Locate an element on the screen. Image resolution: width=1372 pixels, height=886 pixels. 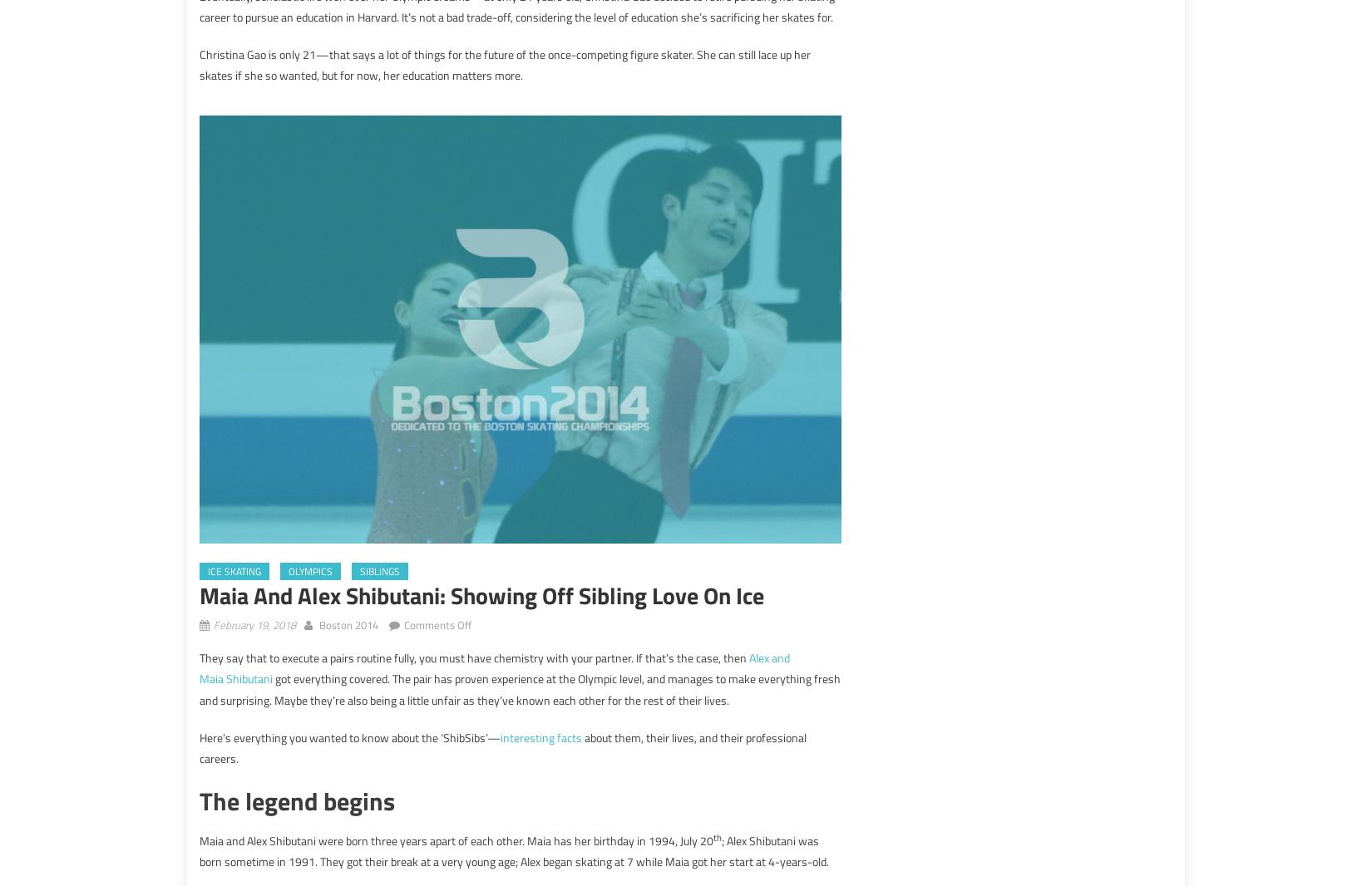
'Christina Gao is only 21—that says a lot of things for the future of the once-competing figure skater. She can still lace up her skates if she so wanted, but for now, her education matters more.' is located at coordinates (504, 64).